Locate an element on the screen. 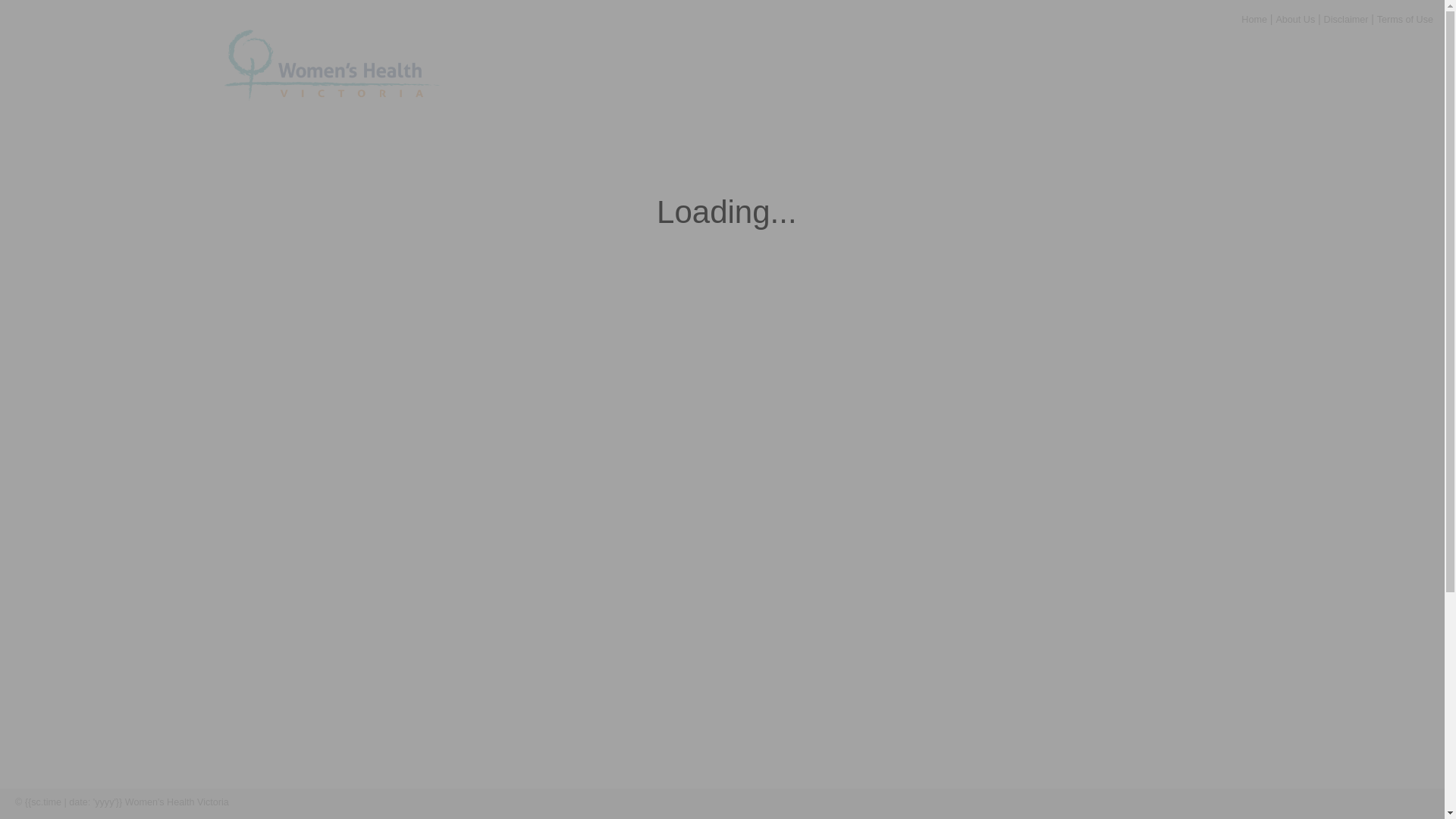  'Disclaimer' is located at coordinates (259, 801).